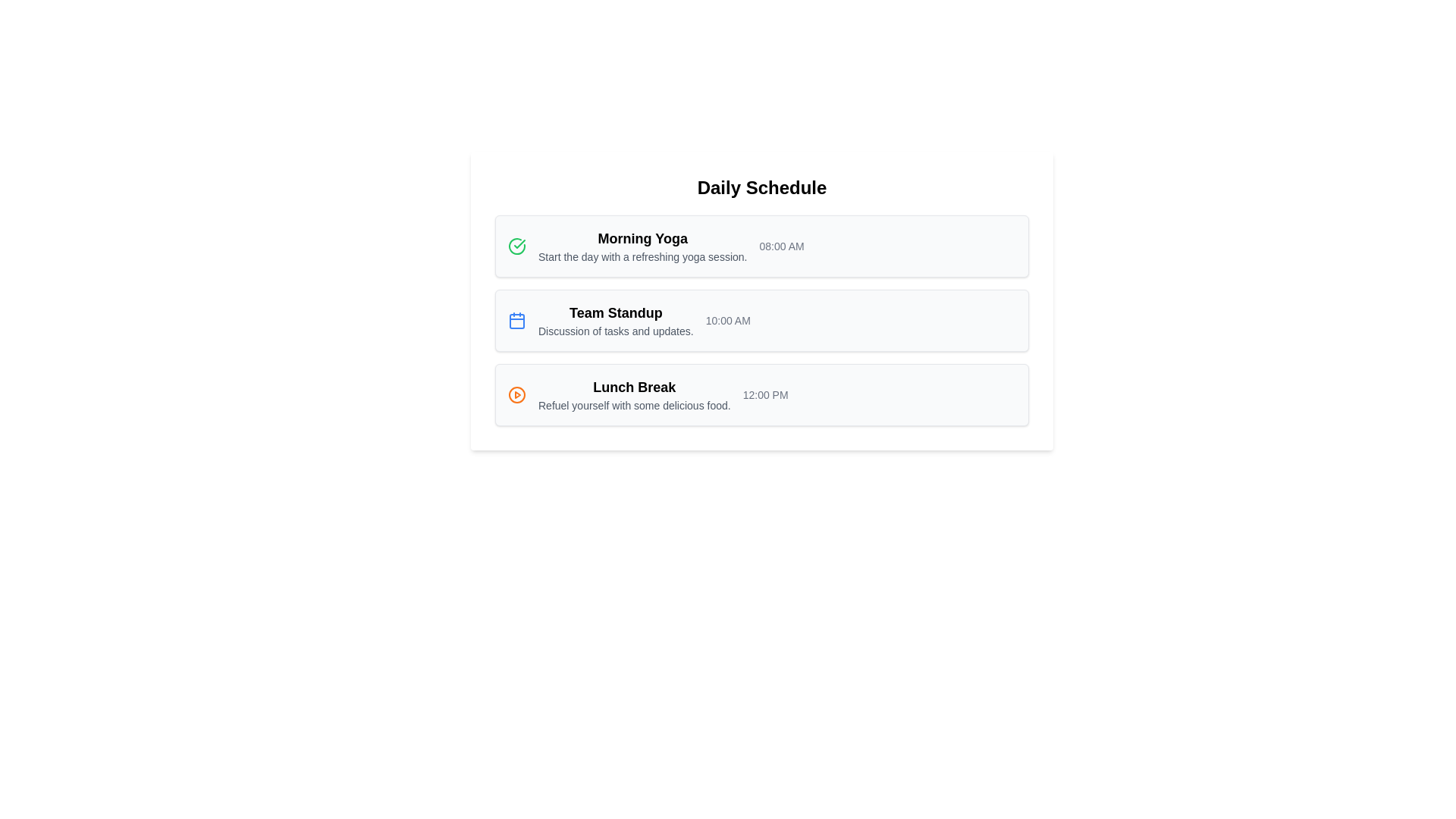 The image size is (1456, 819). Describe the element at coordinates (761, 320) in the screenshot. I see `keyboard navigation` at that location.